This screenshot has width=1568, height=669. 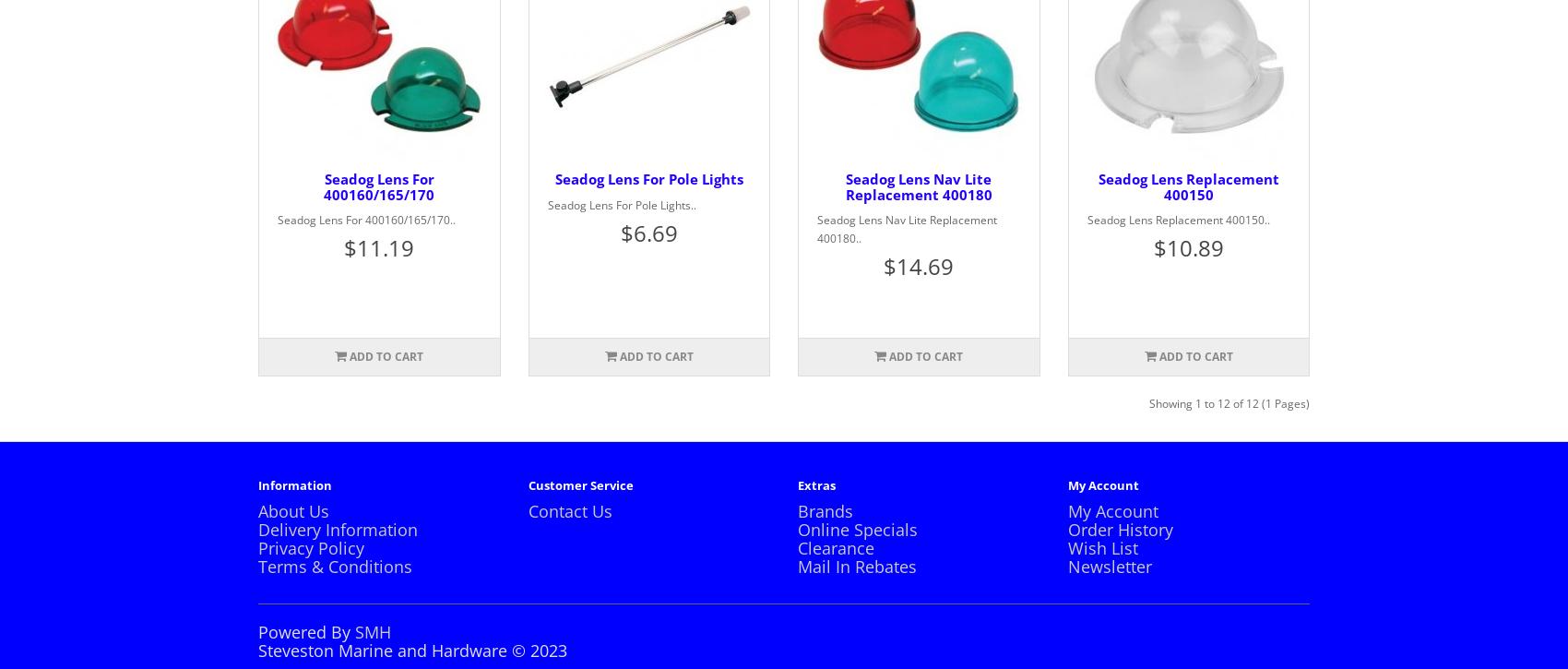 I want to click on 'Seadog Lens For 400160/165/170..', so click(x=365, y=219).